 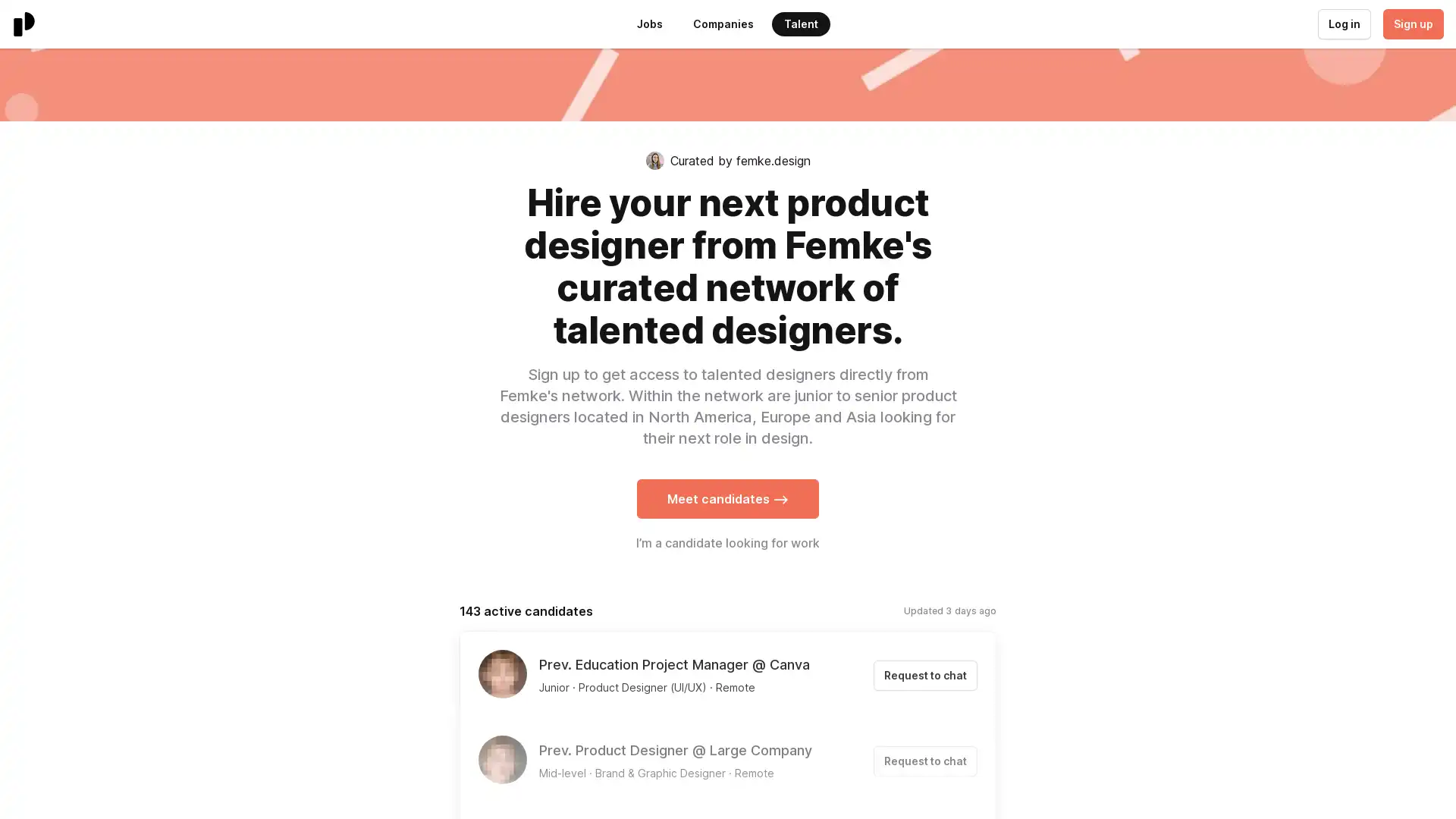 I want to click on Log in, so click(x=1343, y=24).